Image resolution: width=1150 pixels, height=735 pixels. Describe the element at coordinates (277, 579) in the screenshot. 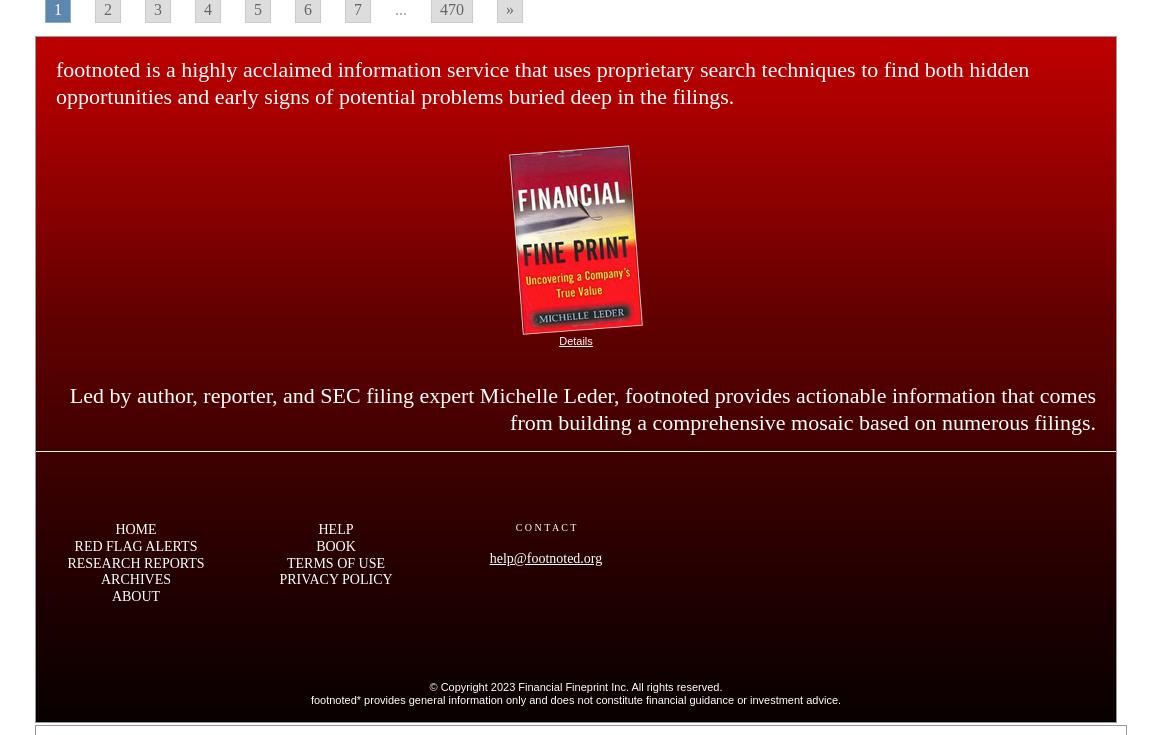

I see `'PRIVACY POLICY'` at that location.